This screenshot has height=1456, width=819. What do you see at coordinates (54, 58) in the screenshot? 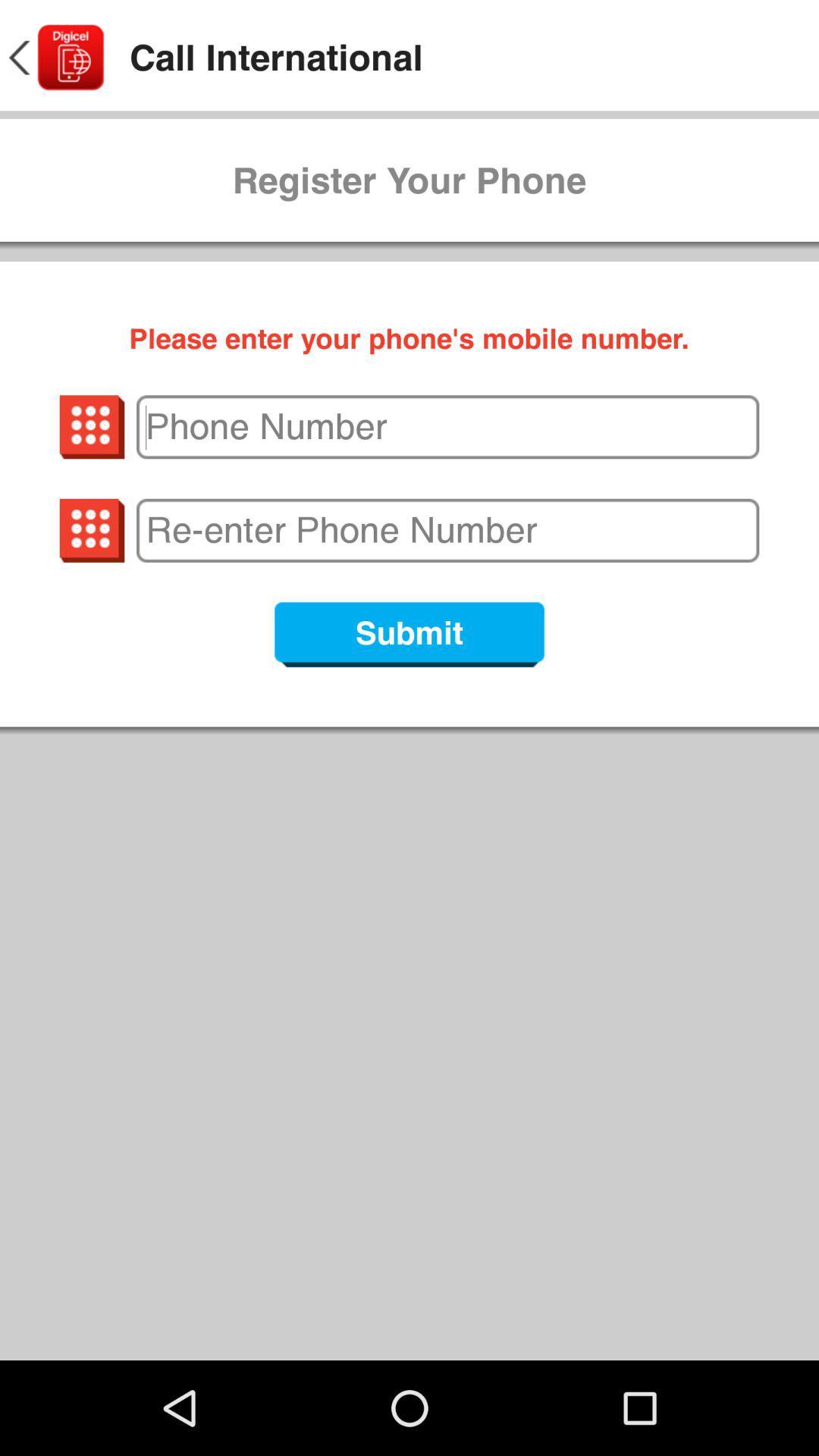
I see `go back` at bounding box center [54, 58].